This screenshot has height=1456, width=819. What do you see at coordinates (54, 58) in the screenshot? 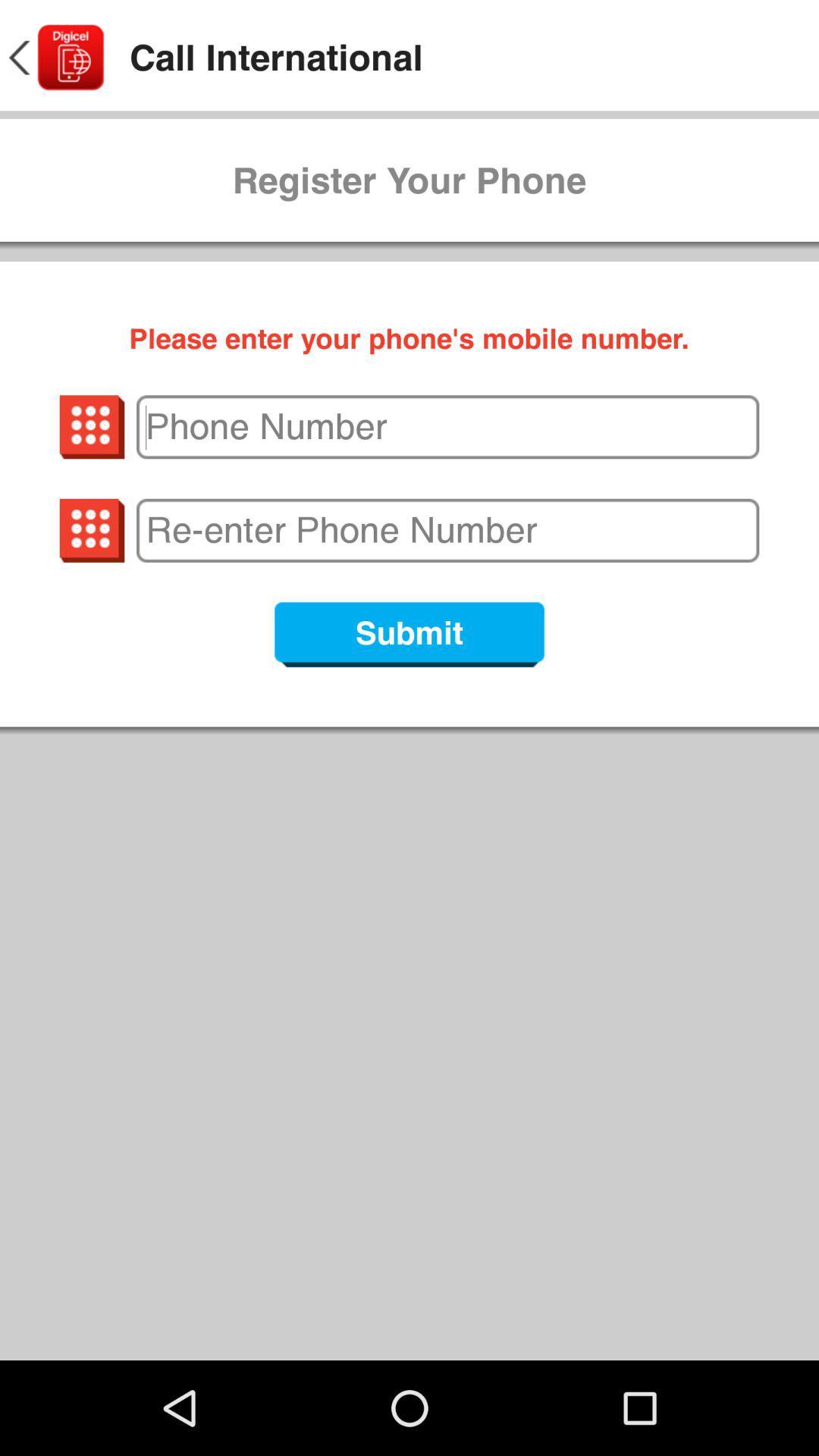
I see `go back` at bounding box center [54, 58].